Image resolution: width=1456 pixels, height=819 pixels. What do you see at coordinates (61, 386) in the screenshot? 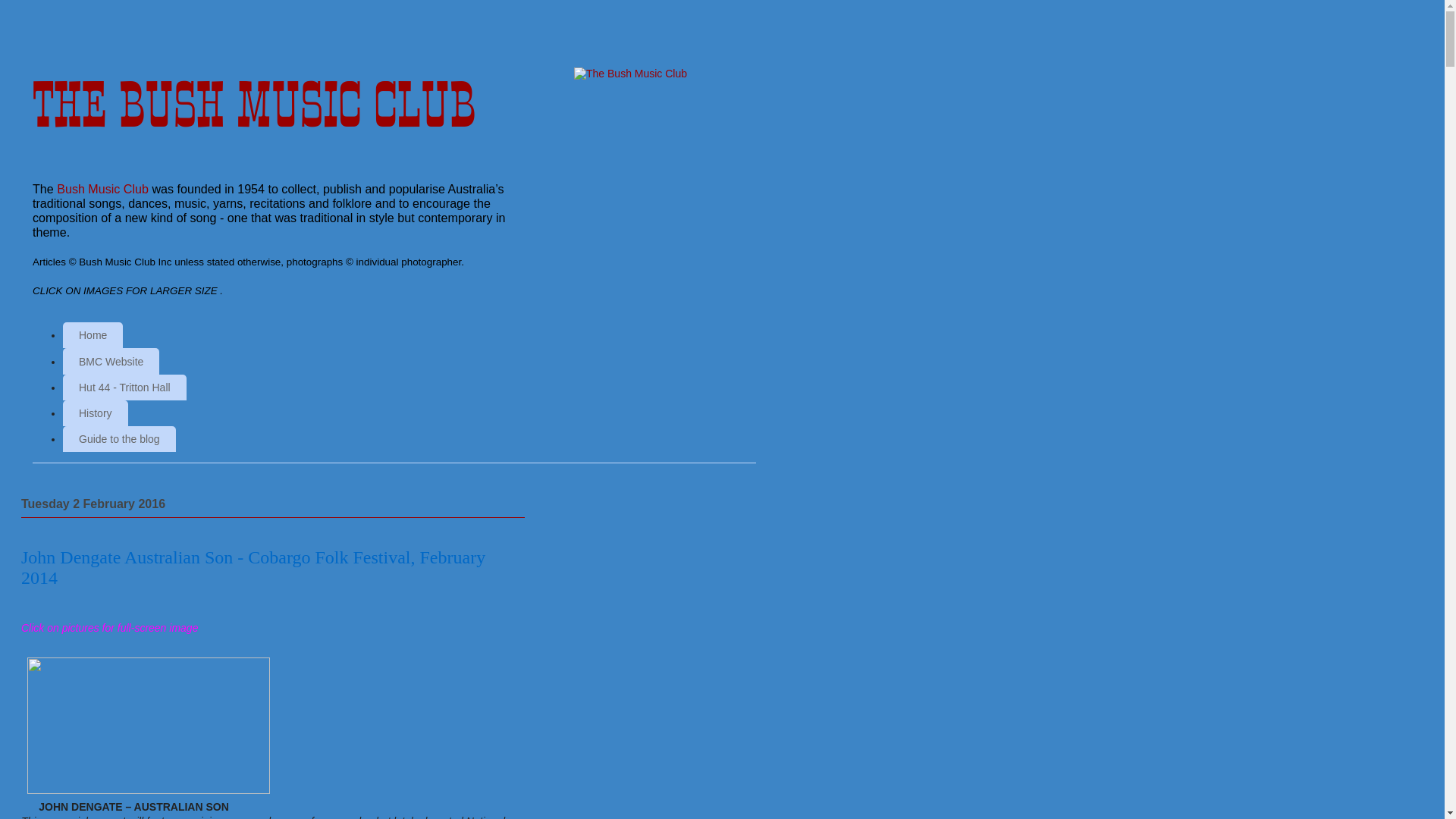
I see `'Hut 44 - Tritton Hall'` at bounding box center [61, 386].